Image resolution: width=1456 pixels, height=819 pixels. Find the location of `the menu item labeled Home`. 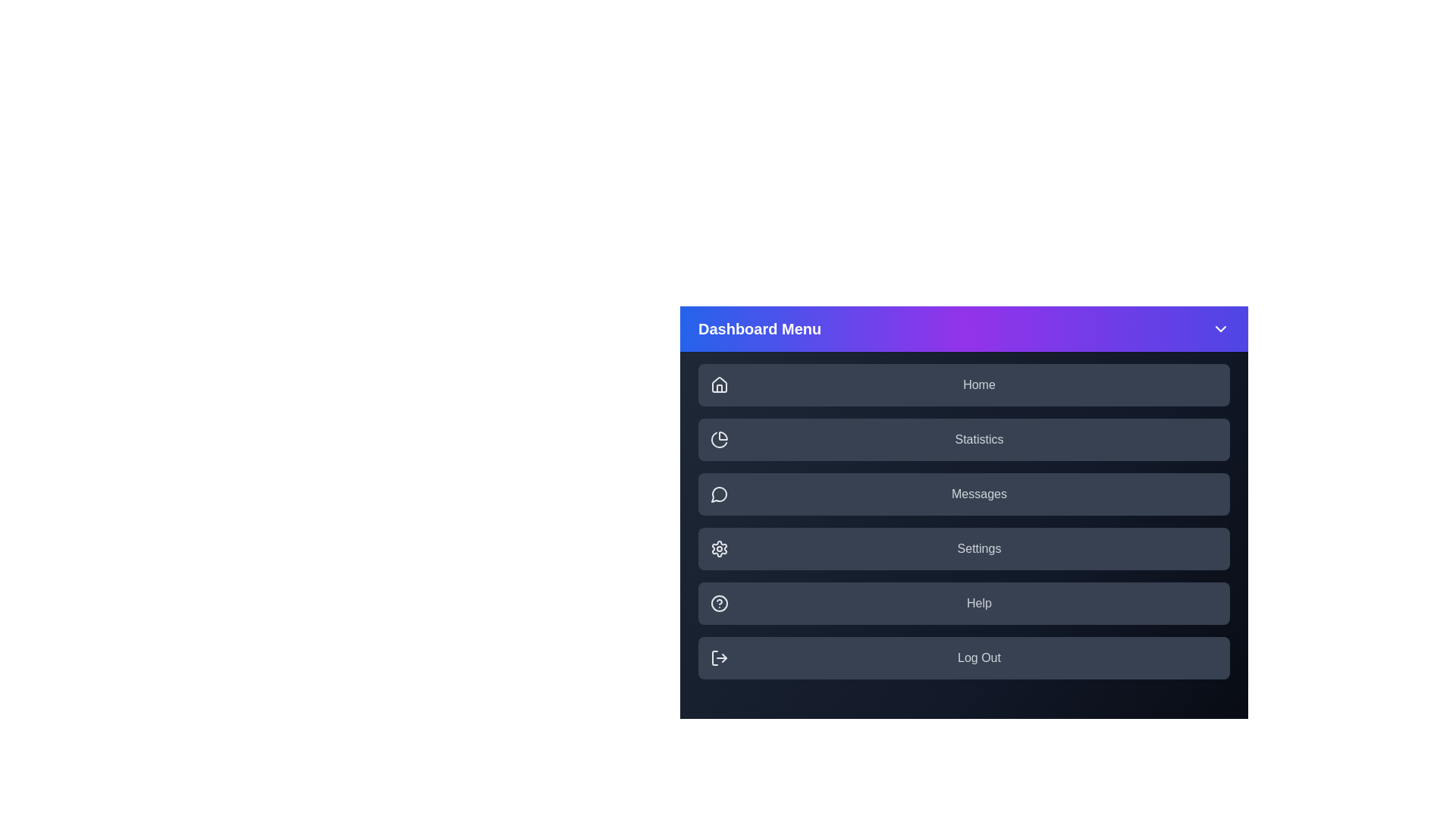

the menu item labeled Home is located at coordinates (963, 384).